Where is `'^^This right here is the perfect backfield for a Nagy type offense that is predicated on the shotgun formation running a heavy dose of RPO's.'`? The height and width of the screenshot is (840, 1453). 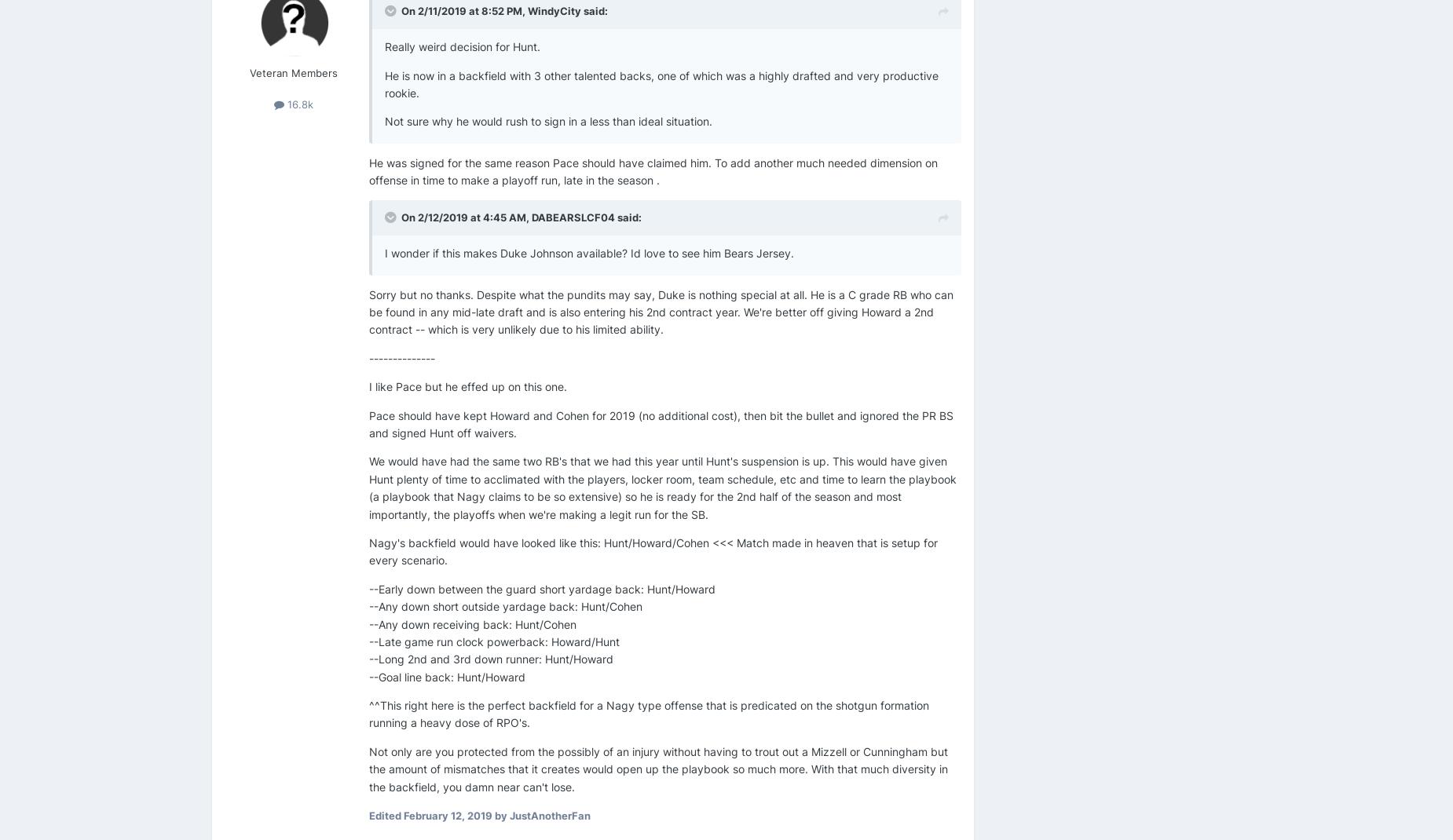 '^^This right here is the perfect backfield for a Nagy type offense that is predicated on the shotgun formation running a heavy dose of RPO's.' is located at coordinates (369, 713).